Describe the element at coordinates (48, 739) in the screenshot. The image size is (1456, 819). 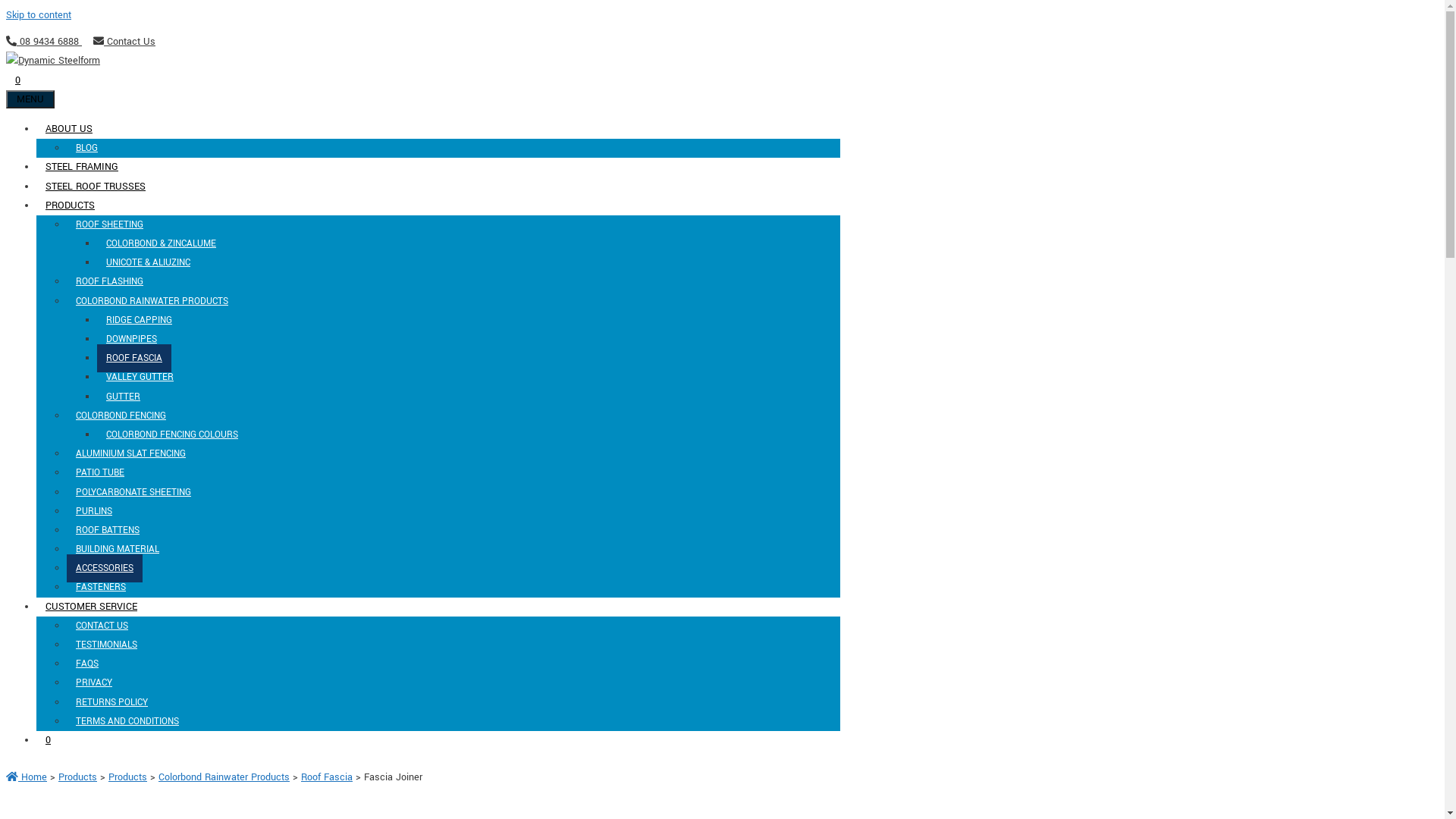
I see `'0'` at that location.